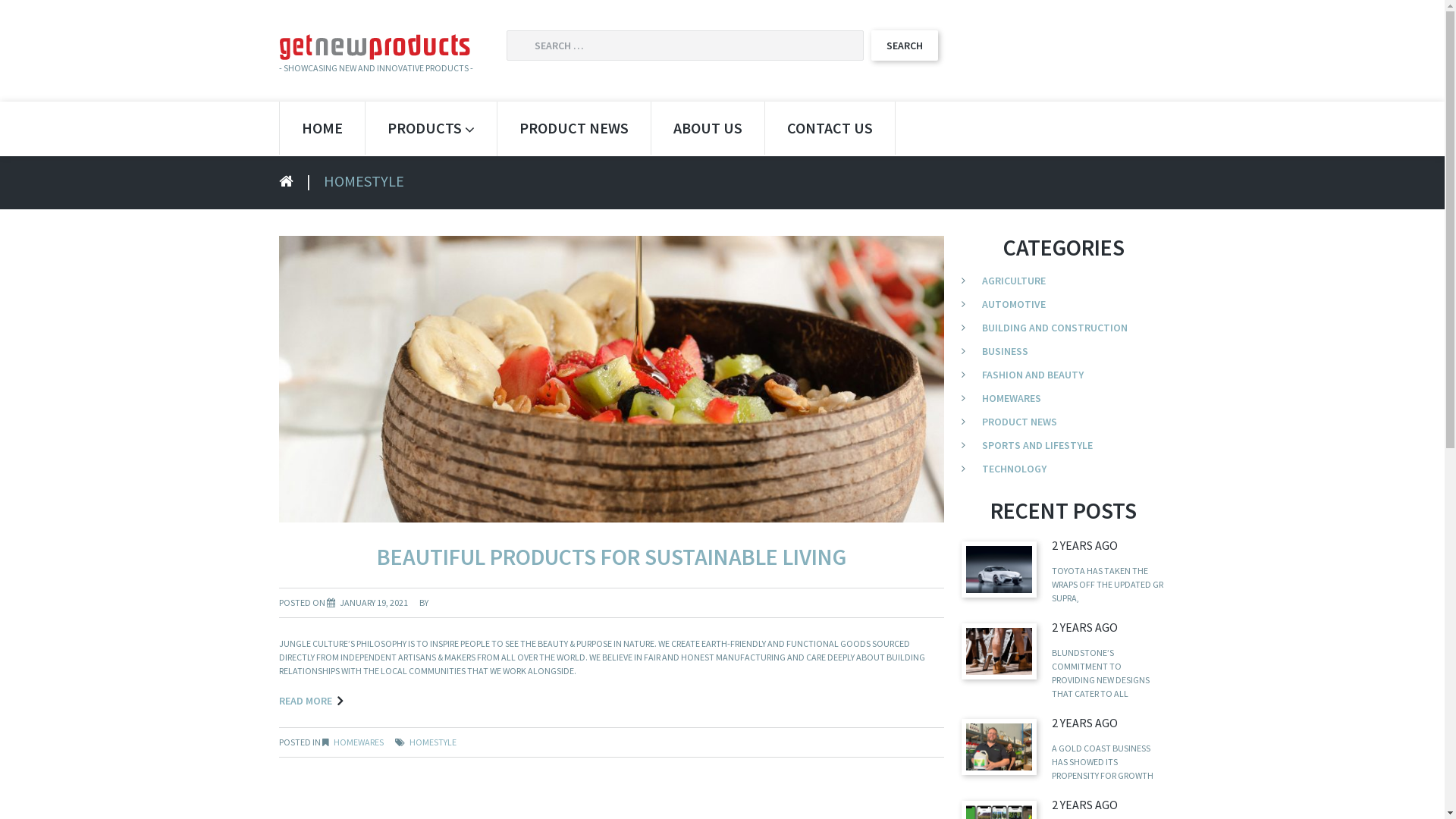 This screenshot has height=819, width=1456. What do you see at coordinates (430, 127) in the screenshot?
I see `'PRODUCTS'` at bounding box center [430, 127].